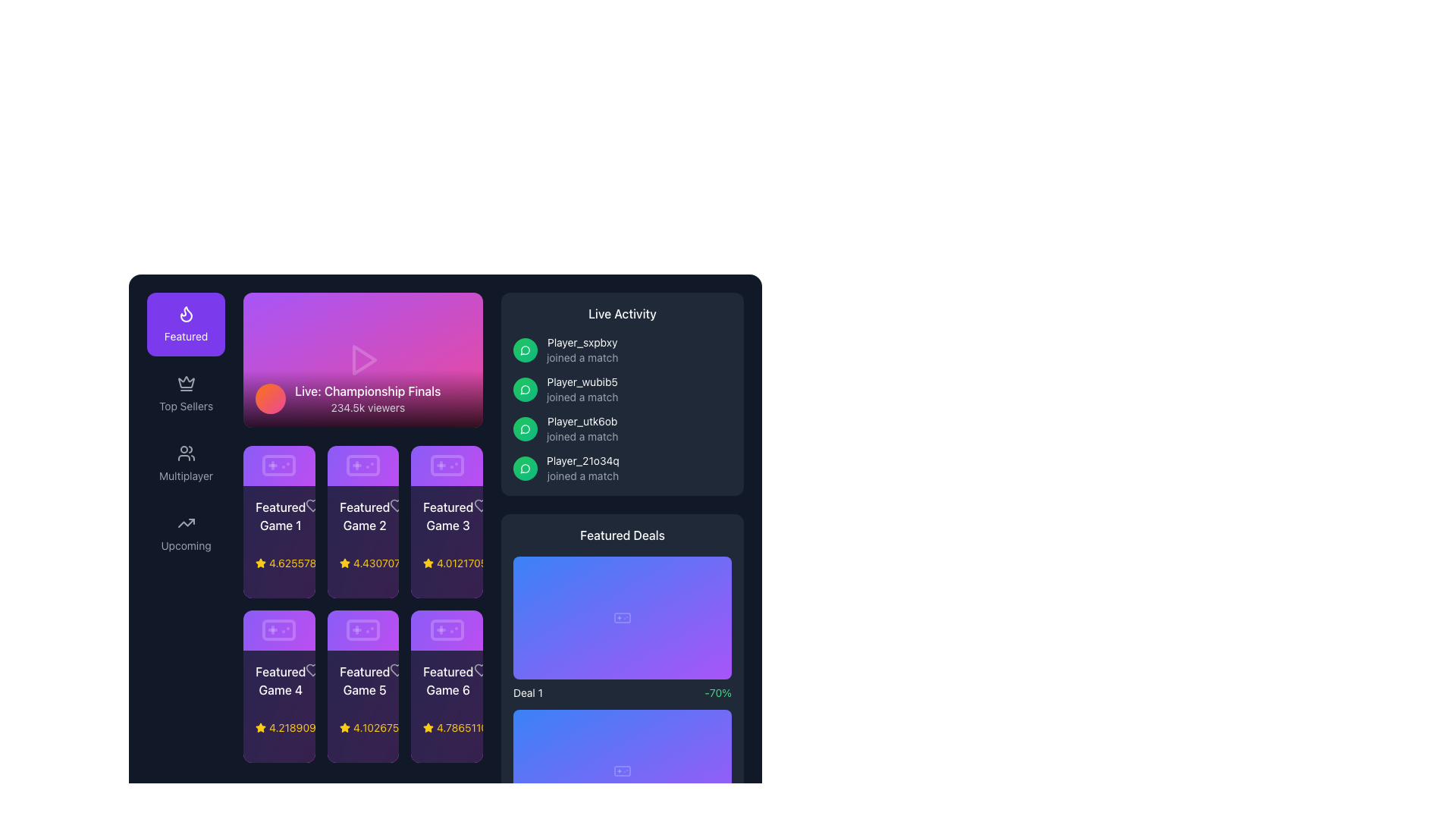  I want to click on the thumbnail representing 'Featured Game 5', which is located in the bottom row, second column of the grid of featured games, so click(362, 630).